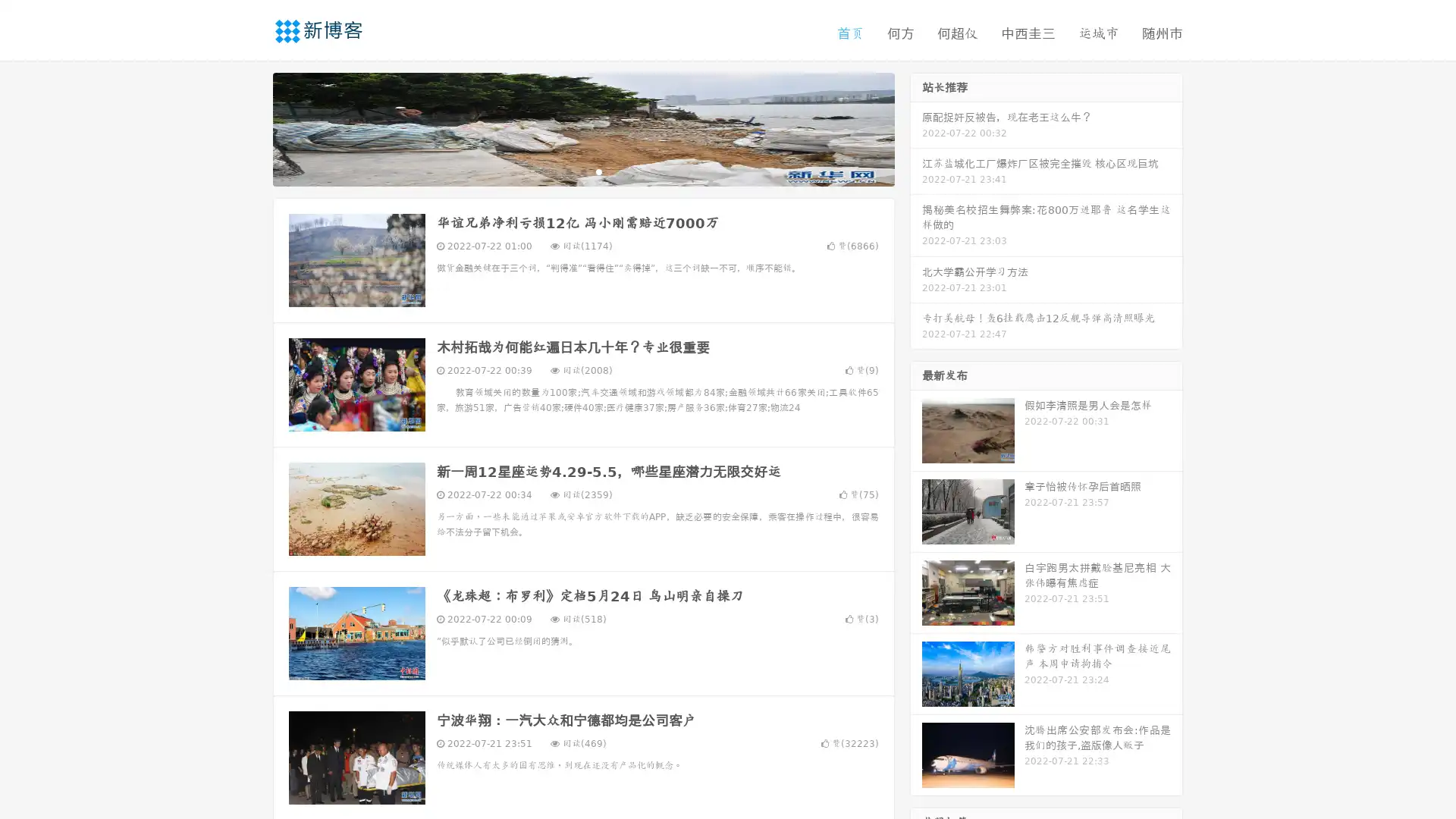 The image size is (1456, 819). What do you see at coordinates (250, 127) in the screenshot?
I see `Previous slide` at bounding box center [250, 127].